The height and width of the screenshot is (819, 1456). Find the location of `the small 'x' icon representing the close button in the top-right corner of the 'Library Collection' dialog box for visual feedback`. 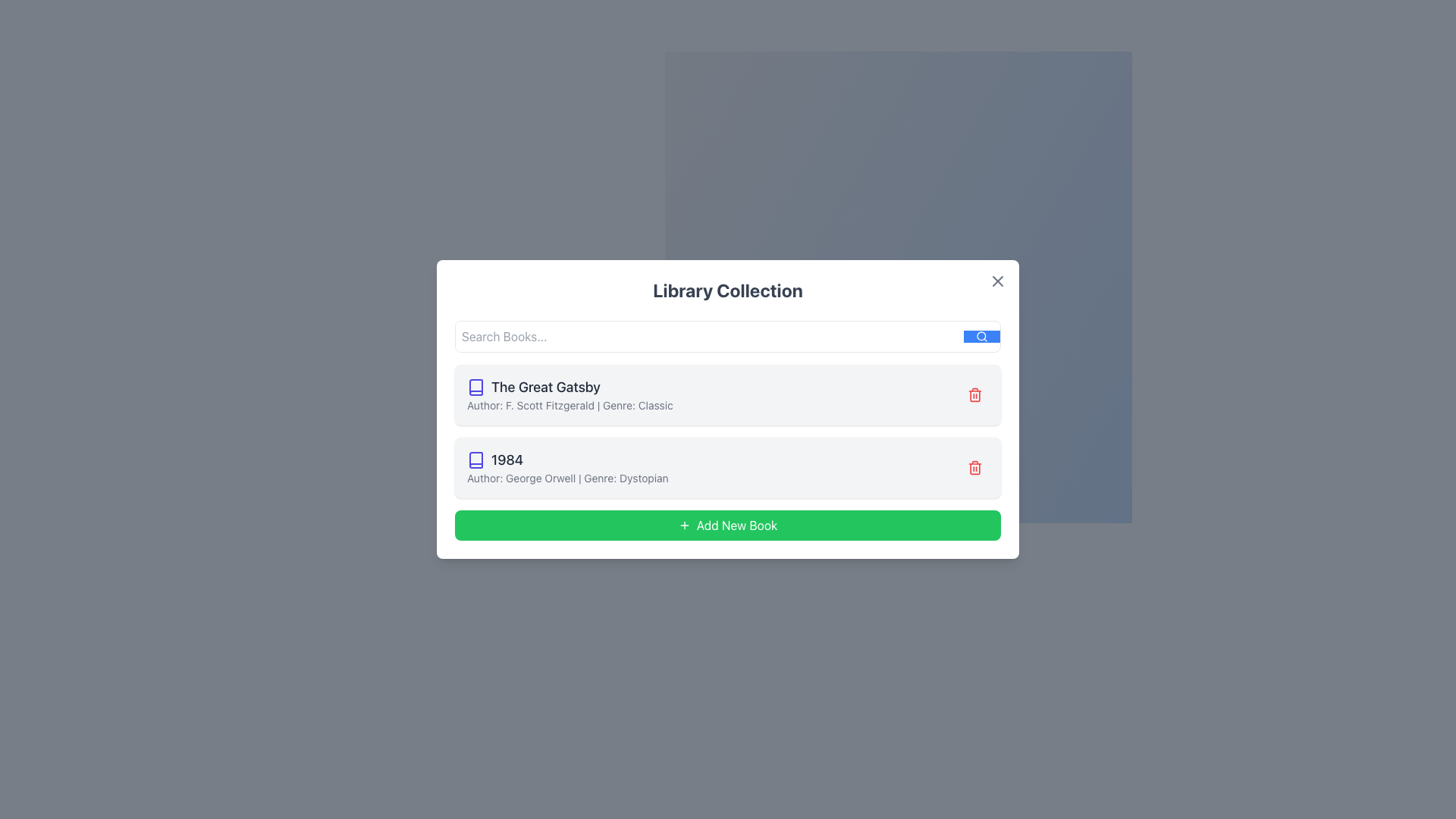

the small 'x' icon representing the close button in the top-right corner of the 'Library Collection' dialog box for visual feedback is located at coordinates (997, 281).